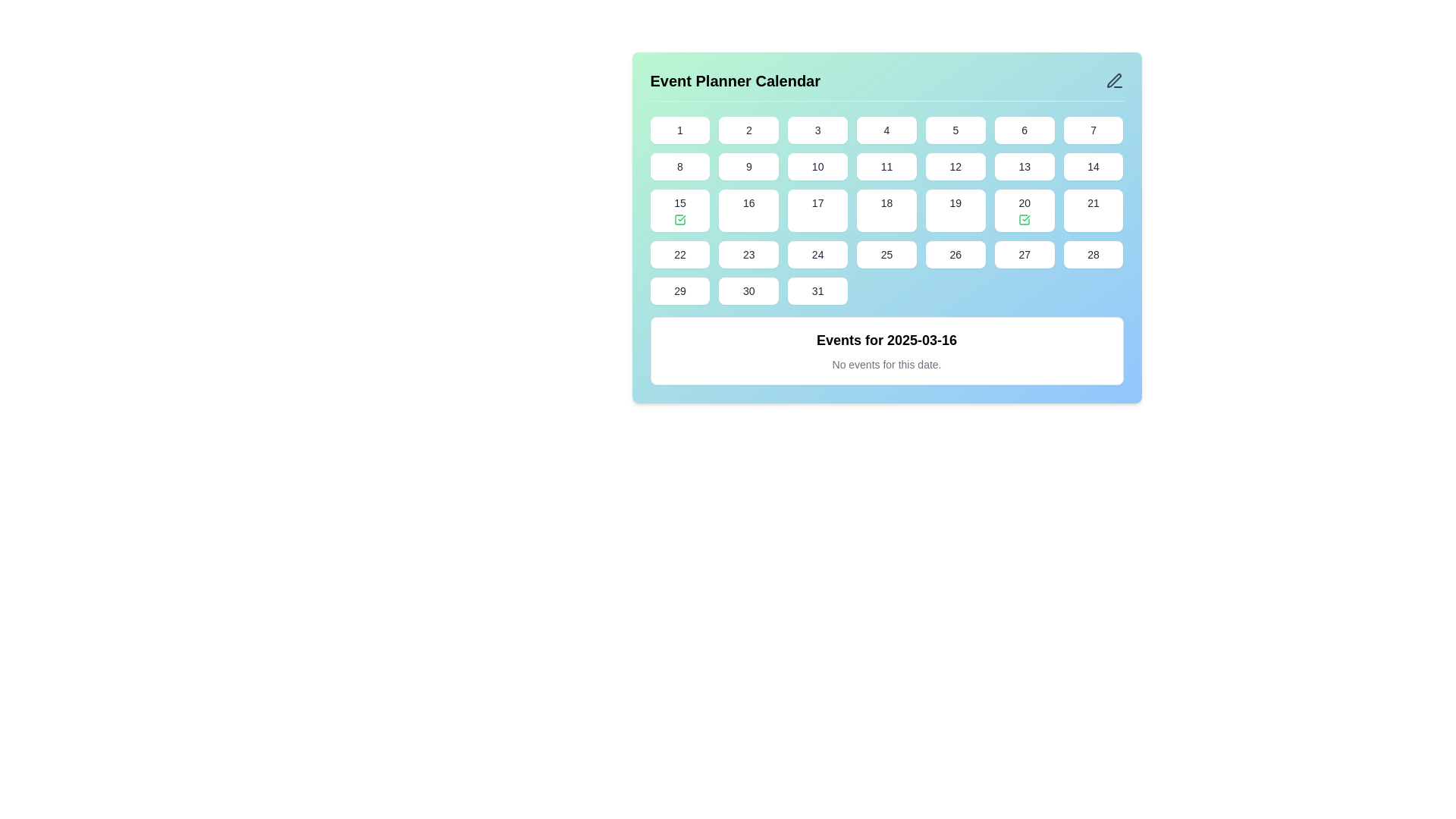 Image resolution: width=1456 pixels, height=819 pixels. What do you see at coordinates (679, 130) in the screenshot?
I see `the first button labeled '1' in the grid layout under 'Event Planner Calendar', which has a white background and gray text` at bounding box center [679, 130].